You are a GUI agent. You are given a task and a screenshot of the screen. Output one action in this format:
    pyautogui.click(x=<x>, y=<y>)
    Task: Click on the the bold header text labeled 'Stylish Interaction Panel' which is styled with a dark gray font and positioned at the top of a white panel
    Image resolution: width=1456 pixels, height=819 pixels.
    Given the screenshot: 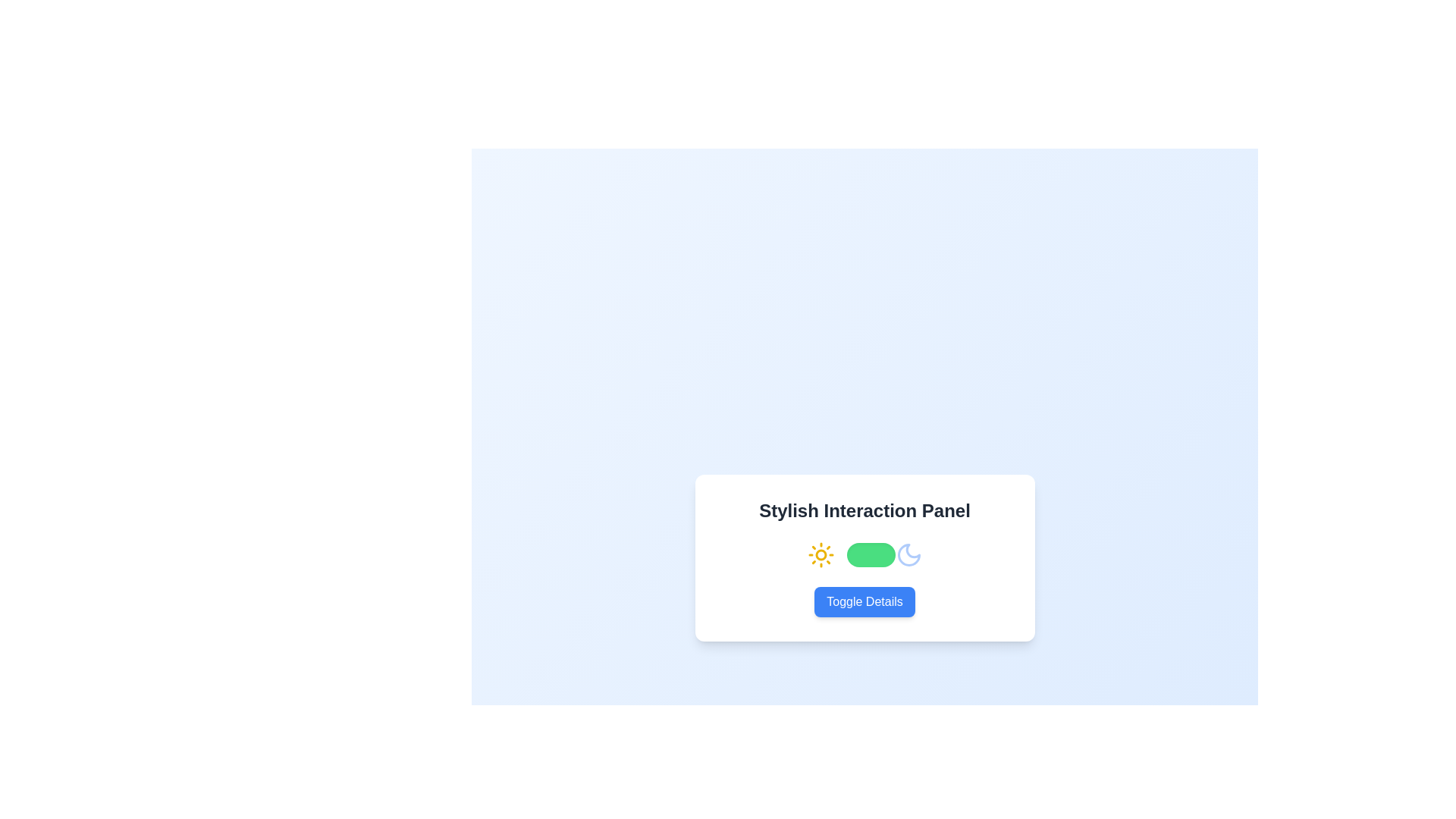 What is the action you would take?
    pyautogui.click(x=864, y=511)
    